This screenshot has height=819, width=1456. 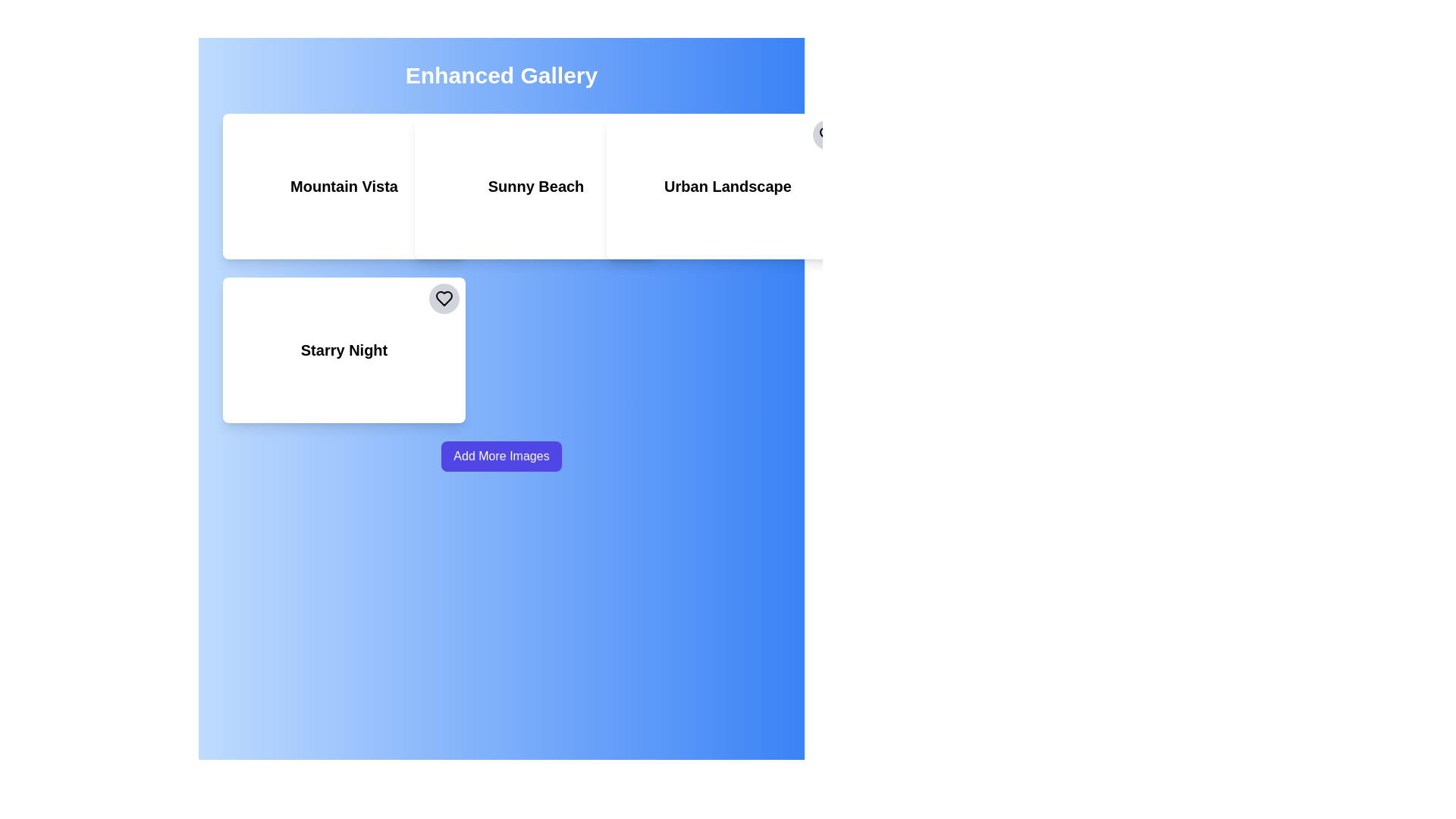 I want to click on the 'like' button located at the top right corner of the 'Urban Landscape' card, so click(x=827, y=133).